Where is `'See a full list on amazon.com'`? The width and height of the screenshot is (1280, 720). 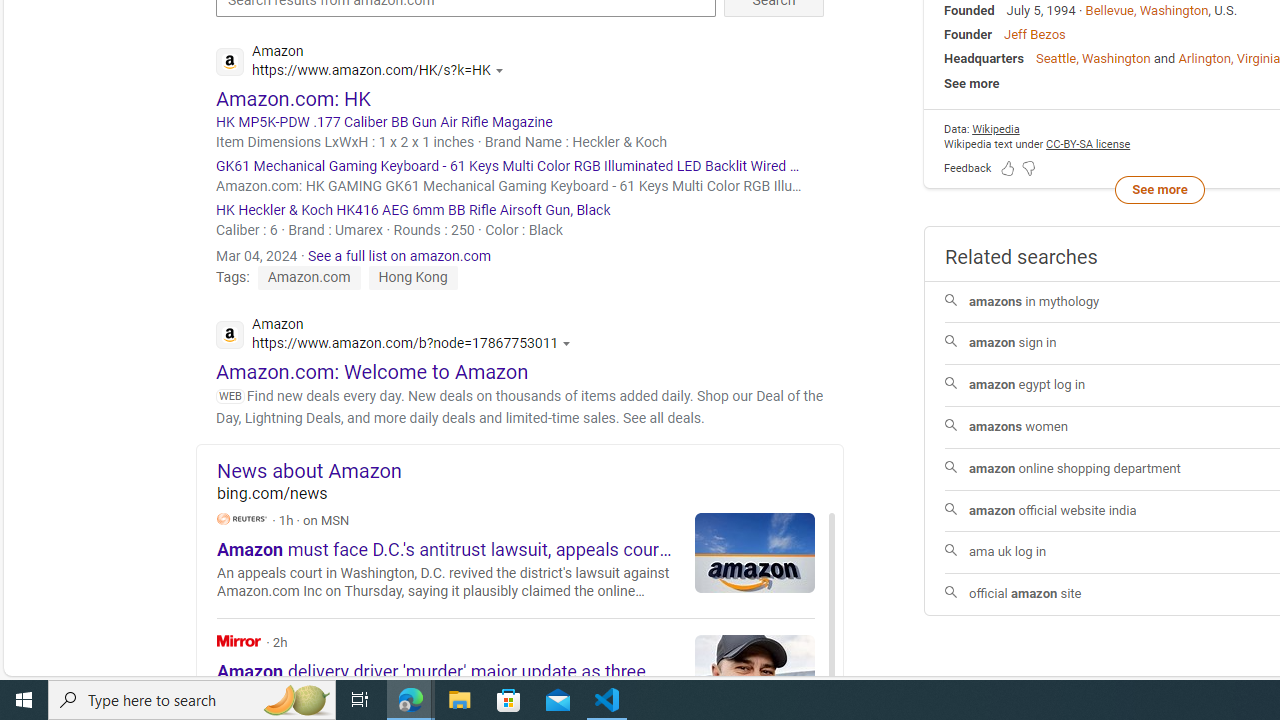
'See a full list on amazon.com' is located at coordinates (400, 254).